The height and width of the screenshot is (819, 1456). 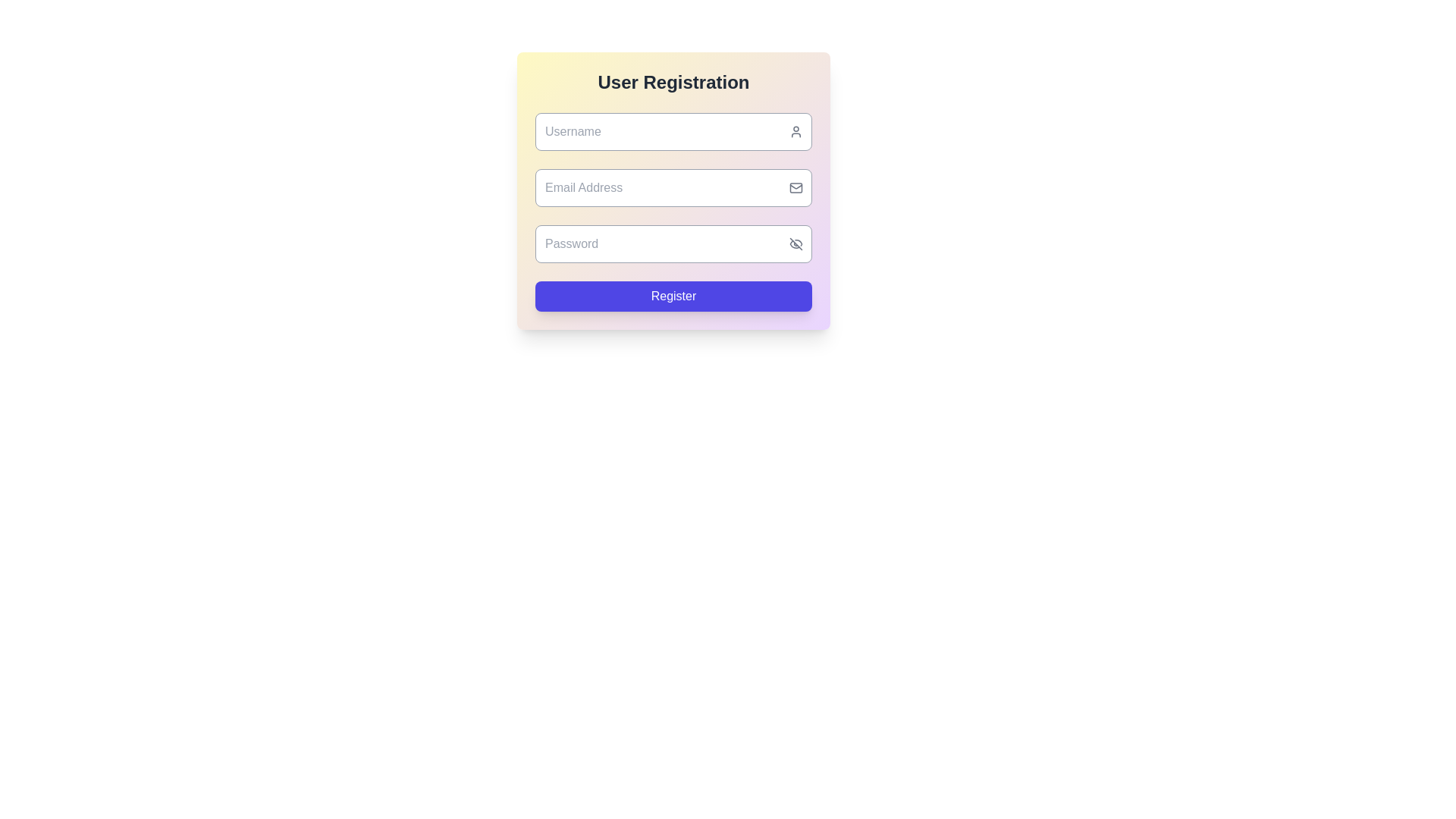 What do you see at coordinates (673, 296) in the screenshot?
I see `the 'Register' button, which is a rectangular button with a purple background and white text, located at the bottom of the registration form` at bounding box center [673, 296].